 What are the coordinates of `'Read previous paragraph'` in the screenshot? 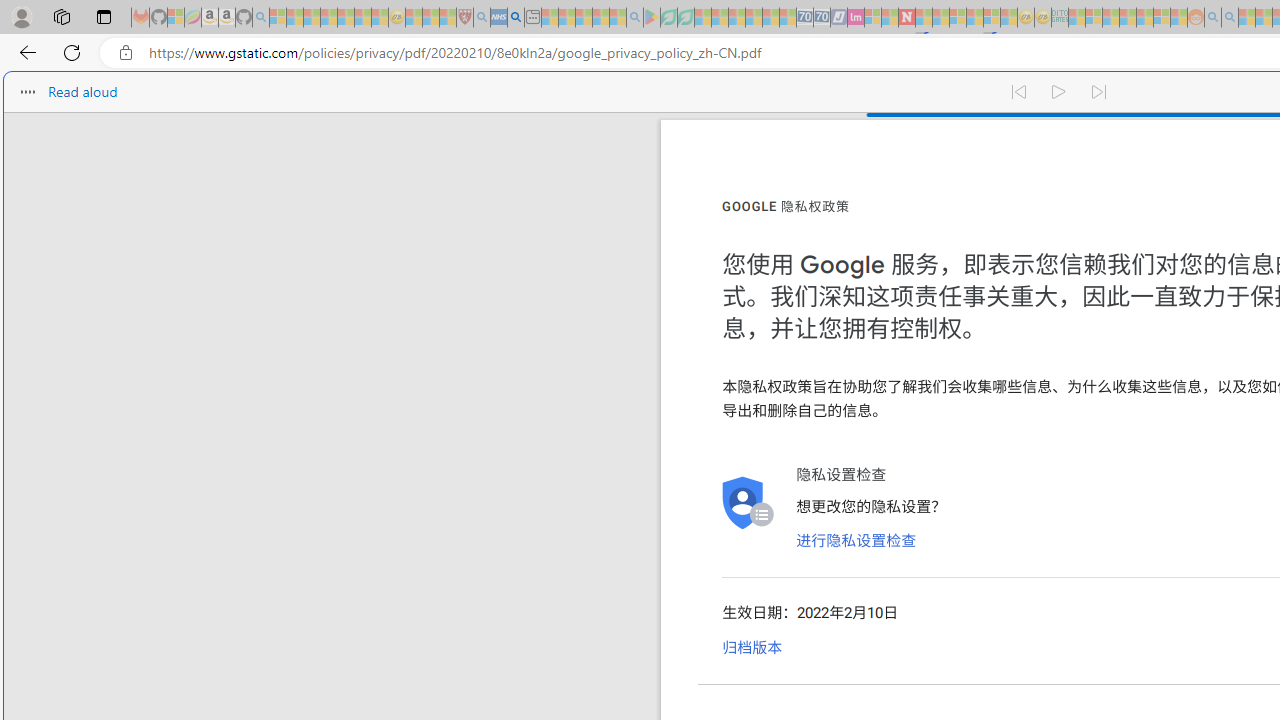 It's located at (1018, 92).